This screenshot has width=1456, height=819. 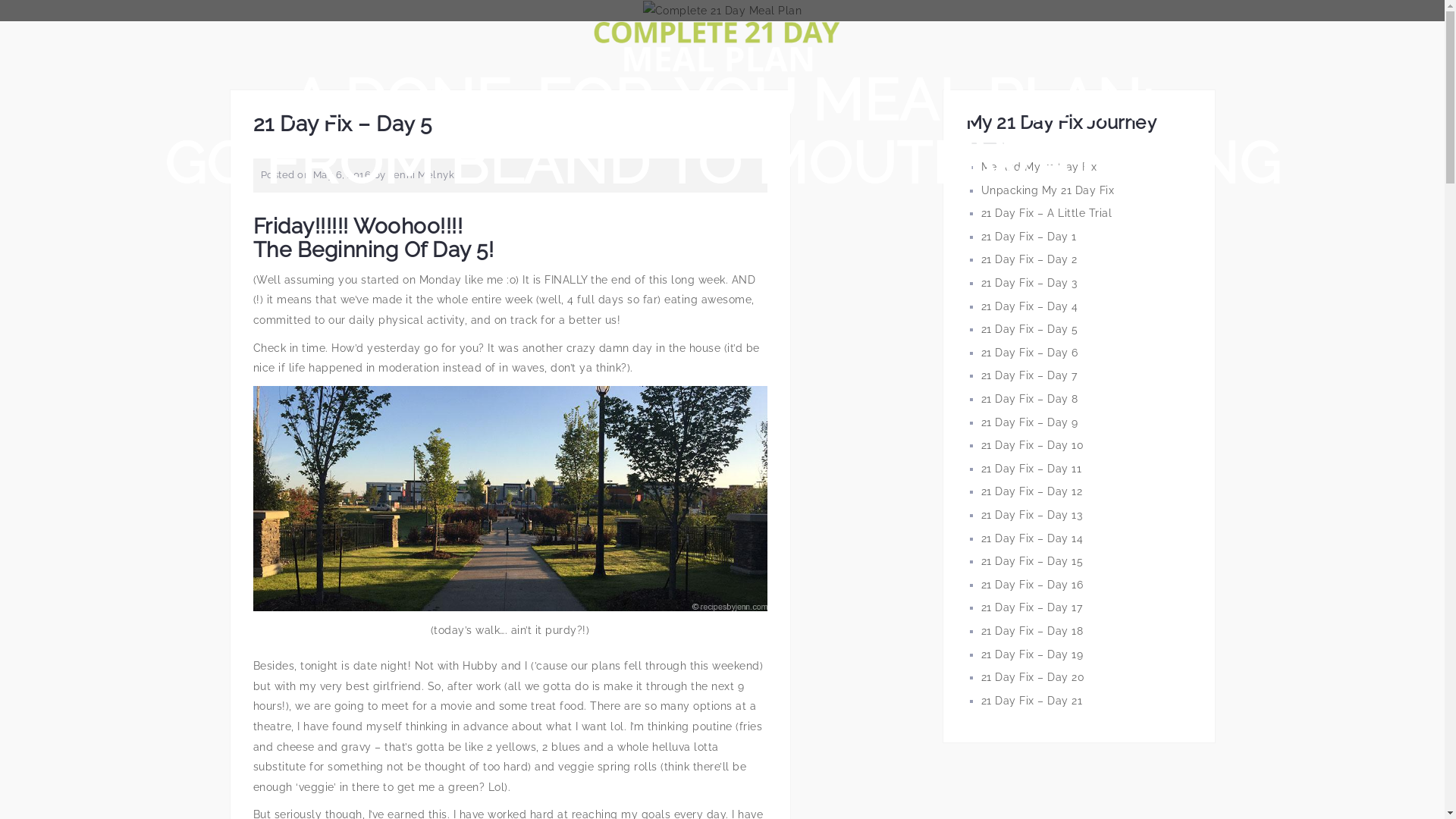 I want to click on 'Me And My 21 Day Fix', so click(x=1038, y=166).